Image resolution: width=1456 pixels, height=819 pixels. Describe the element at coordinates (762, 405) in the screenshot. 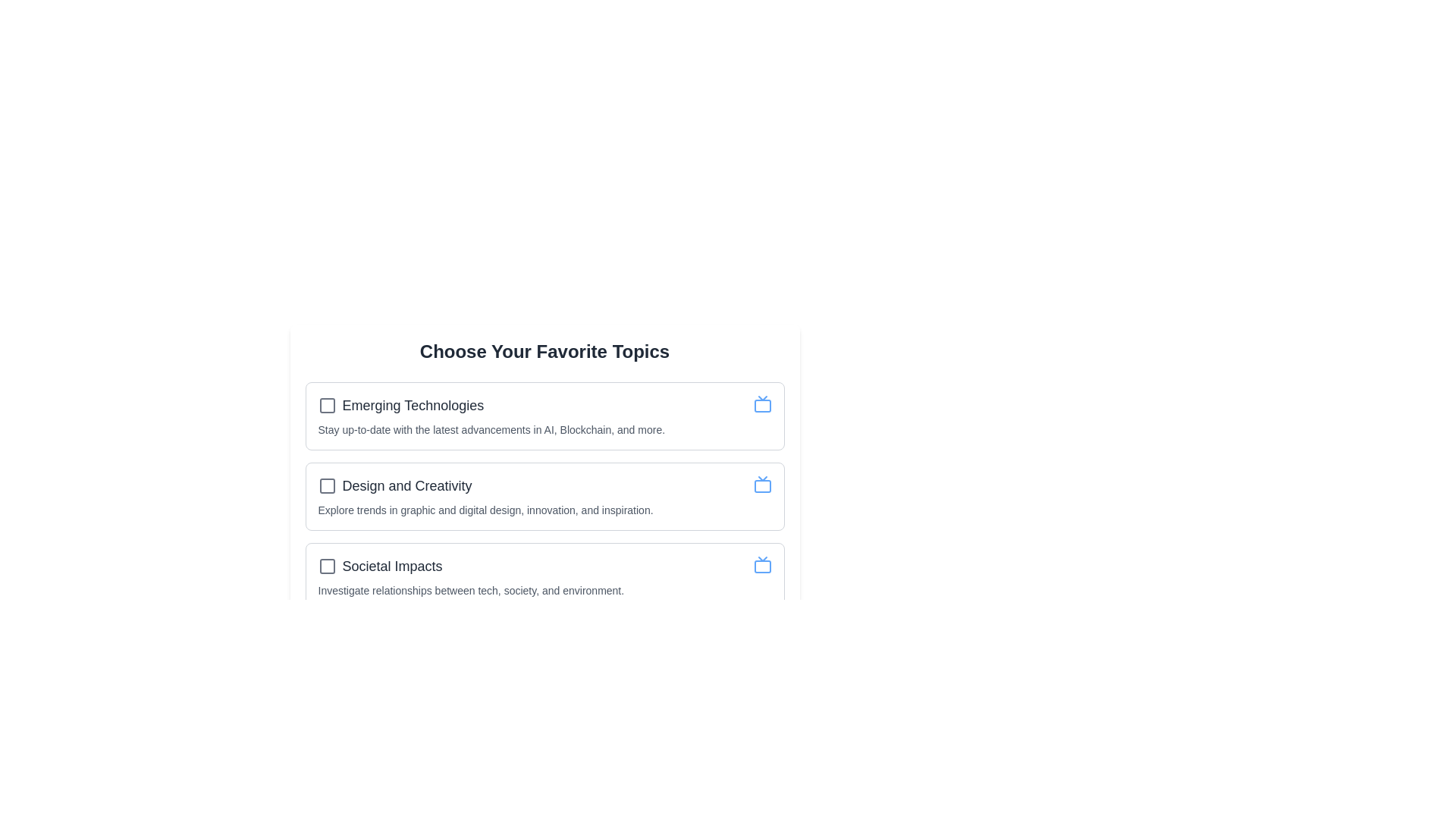

I see `the visual graphical component that is part of the TV icon located in the top-right section of the 'Emerging Technologies' option card` at that location.